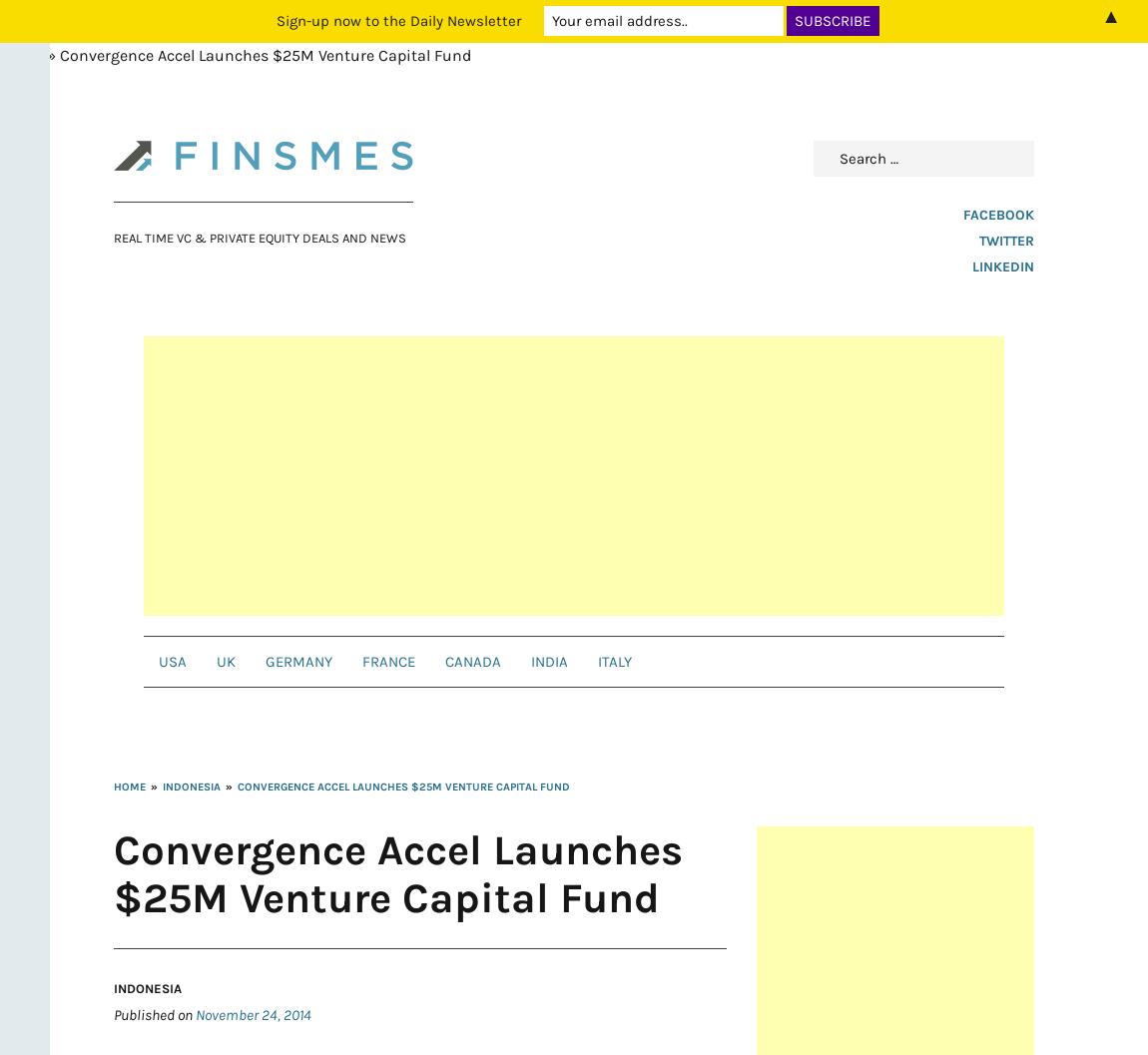 The image size is (1148, 1055). I want to click on 'Canada', so click(444, 661).